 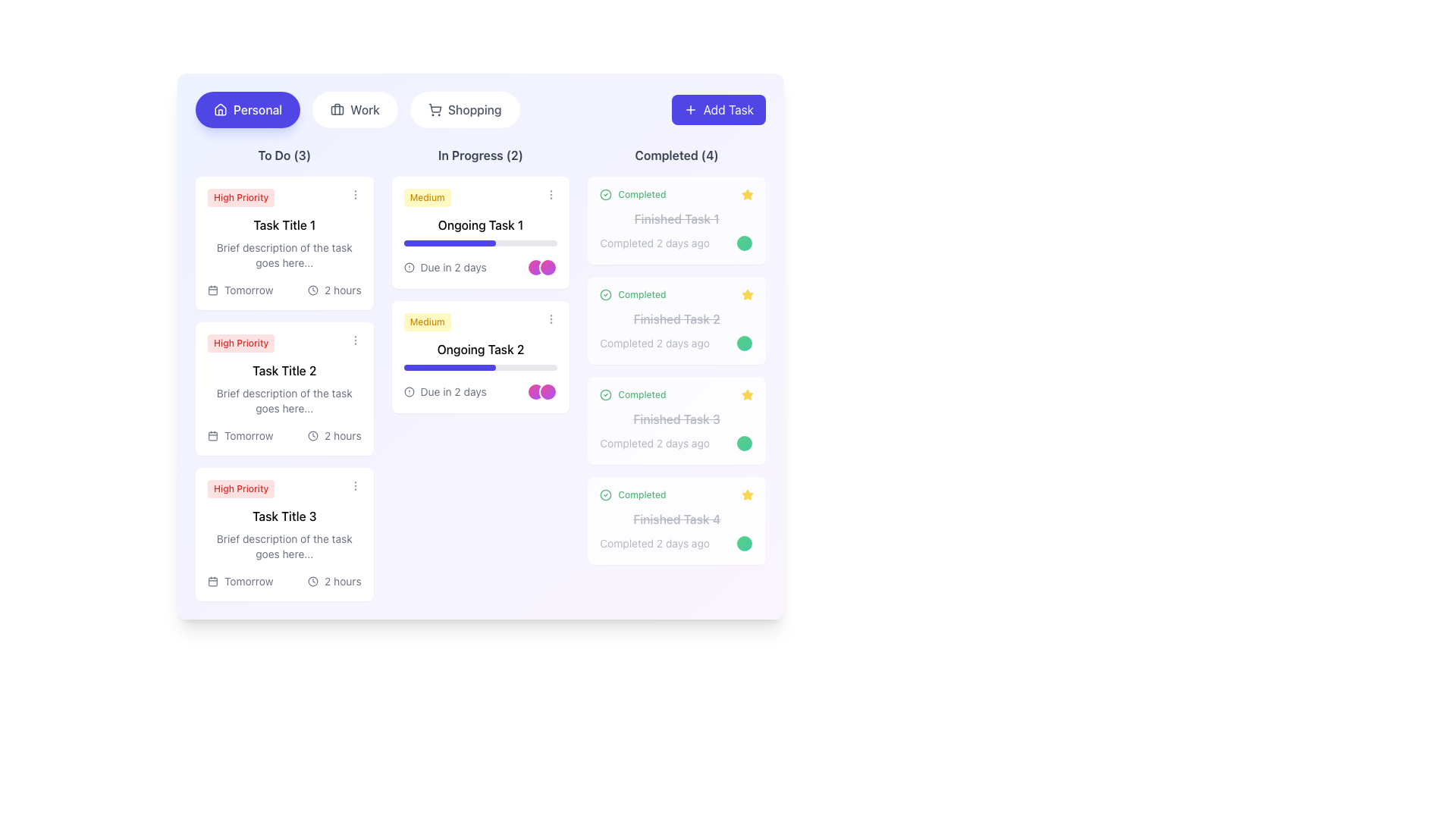 I want to click on the Static Text Label displaying 'Task Title 2' located within the second card of the 'To Do' section under the 'Personal' category, so click(x=284, y=371).